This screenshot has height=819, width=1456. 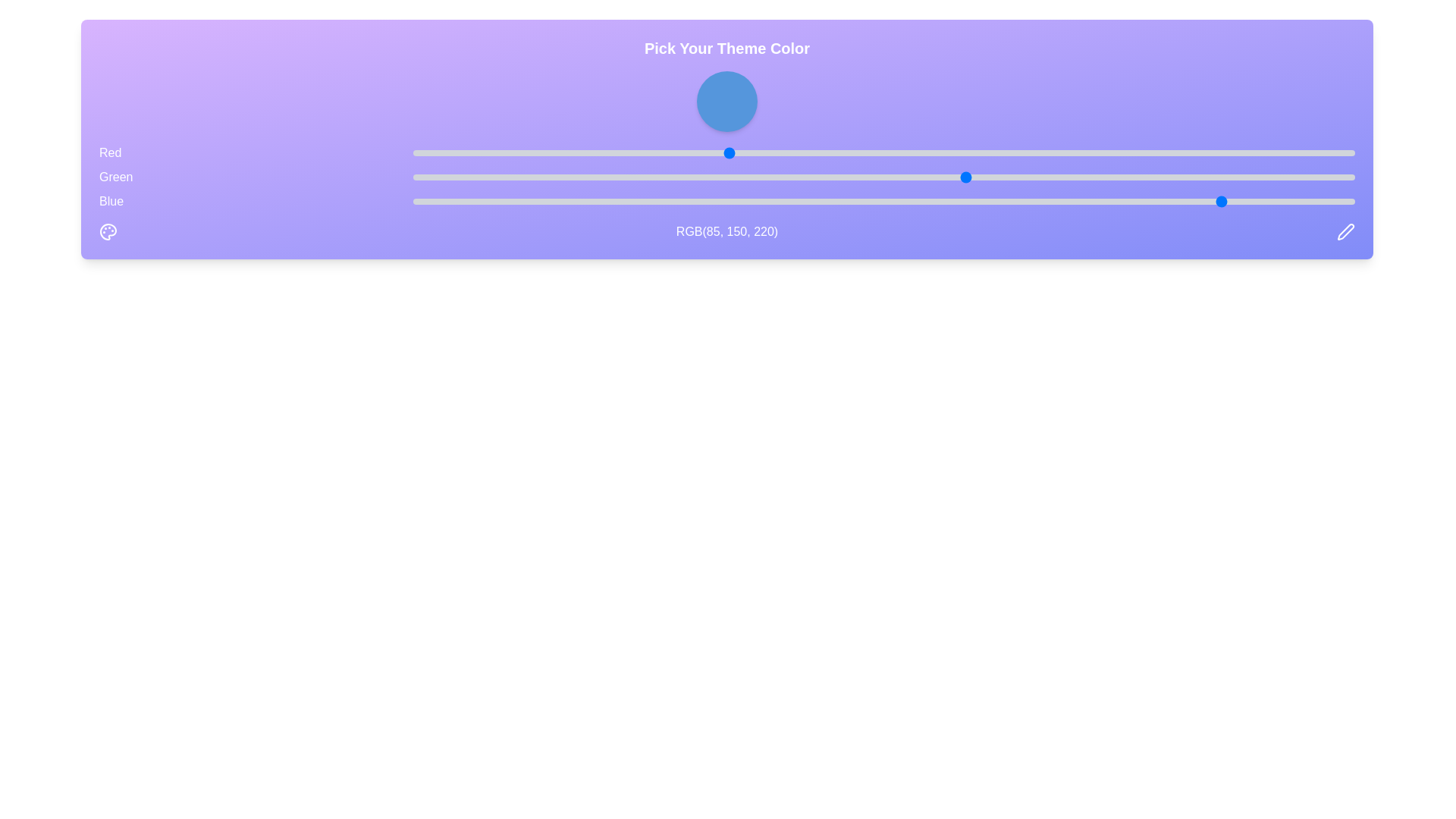 What do you see at coordinates (808, 152) in the screenshot?
I see `the 'red' color intensity` at bounding box center [808, 152].